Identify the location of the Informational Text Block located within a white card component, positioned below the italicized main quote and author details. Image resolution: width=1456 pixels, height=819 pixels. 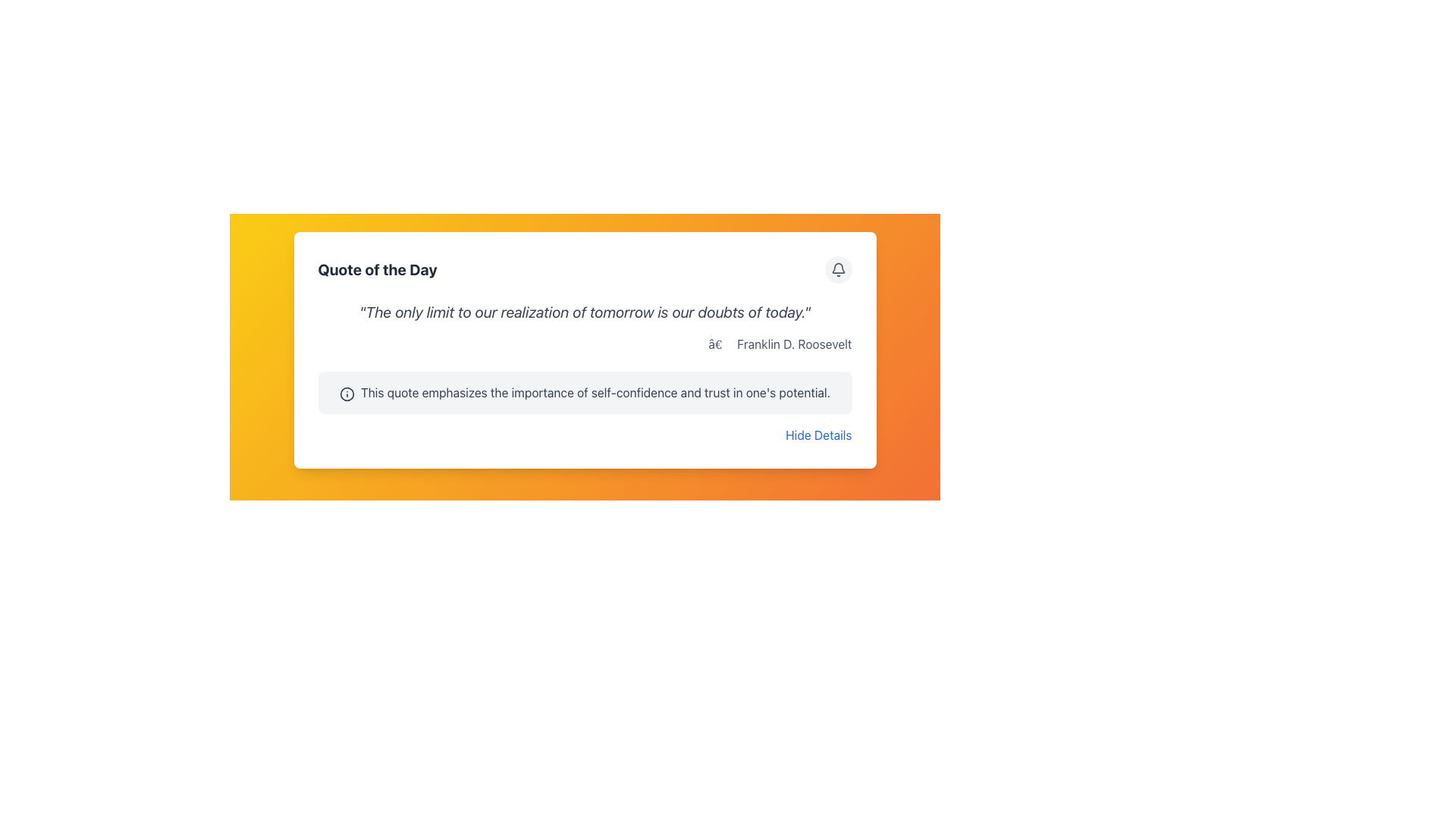
(584, 391).